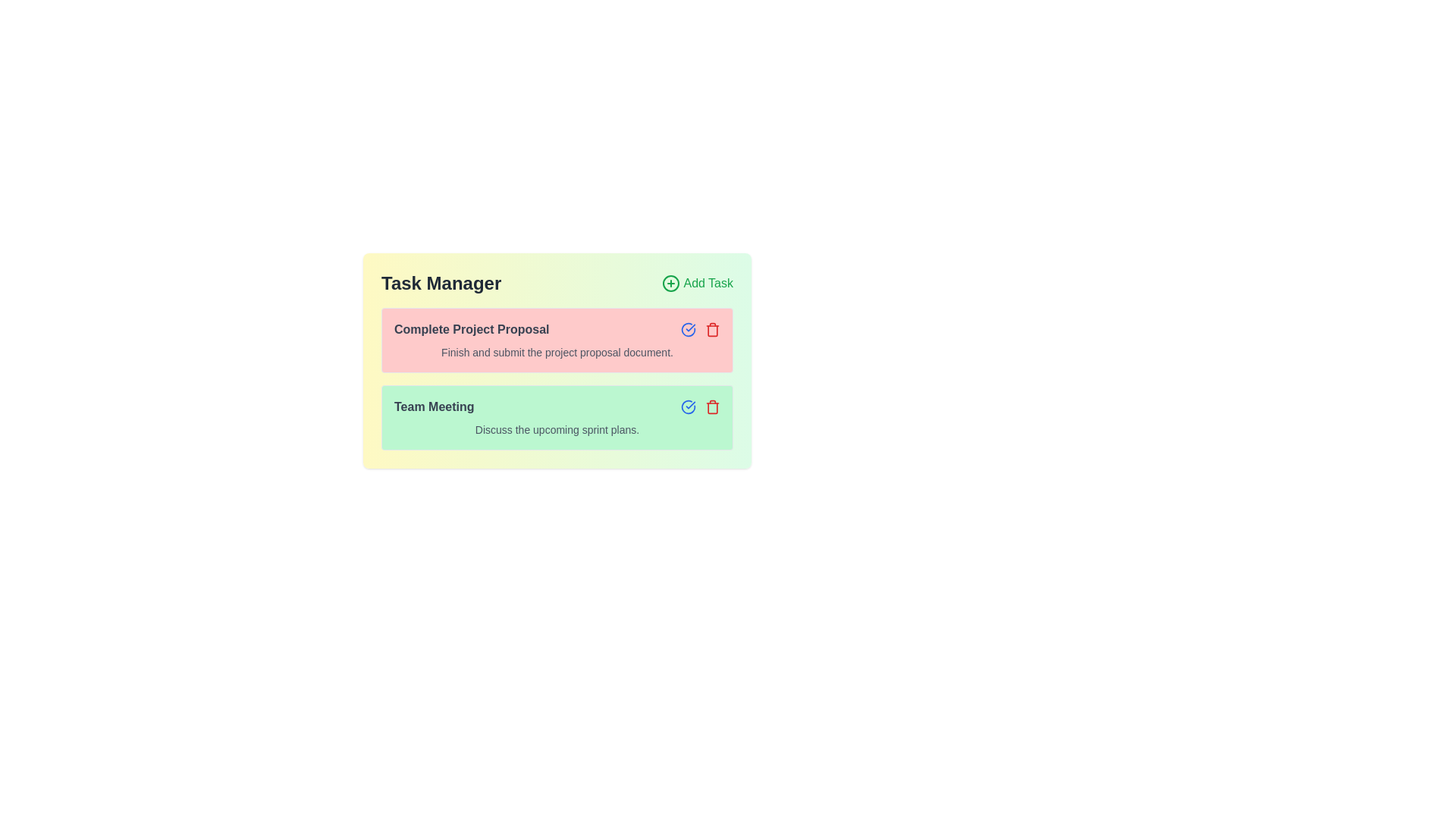 Image resolution: width=1456 pixels, height=819 pixels. What do you see at coordinates (433, 406) in the screenshot?
I see `the Text Label that reads 'Team Meeting'` at bounding box center [433, 406].